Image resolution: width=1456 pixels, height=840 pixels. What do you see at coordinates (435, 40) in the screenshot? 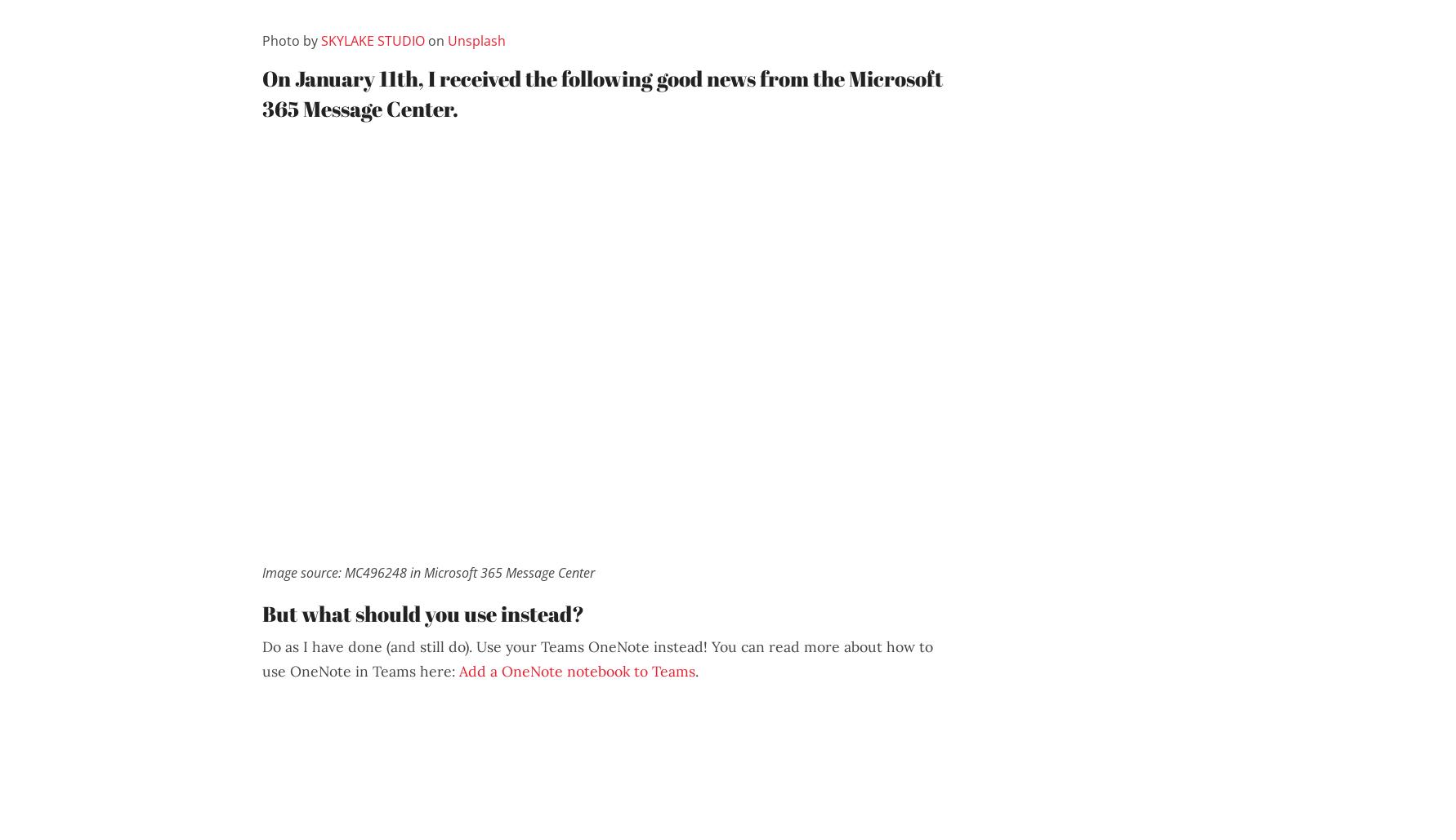
I see `'on'` at bounding box center [435, 40].